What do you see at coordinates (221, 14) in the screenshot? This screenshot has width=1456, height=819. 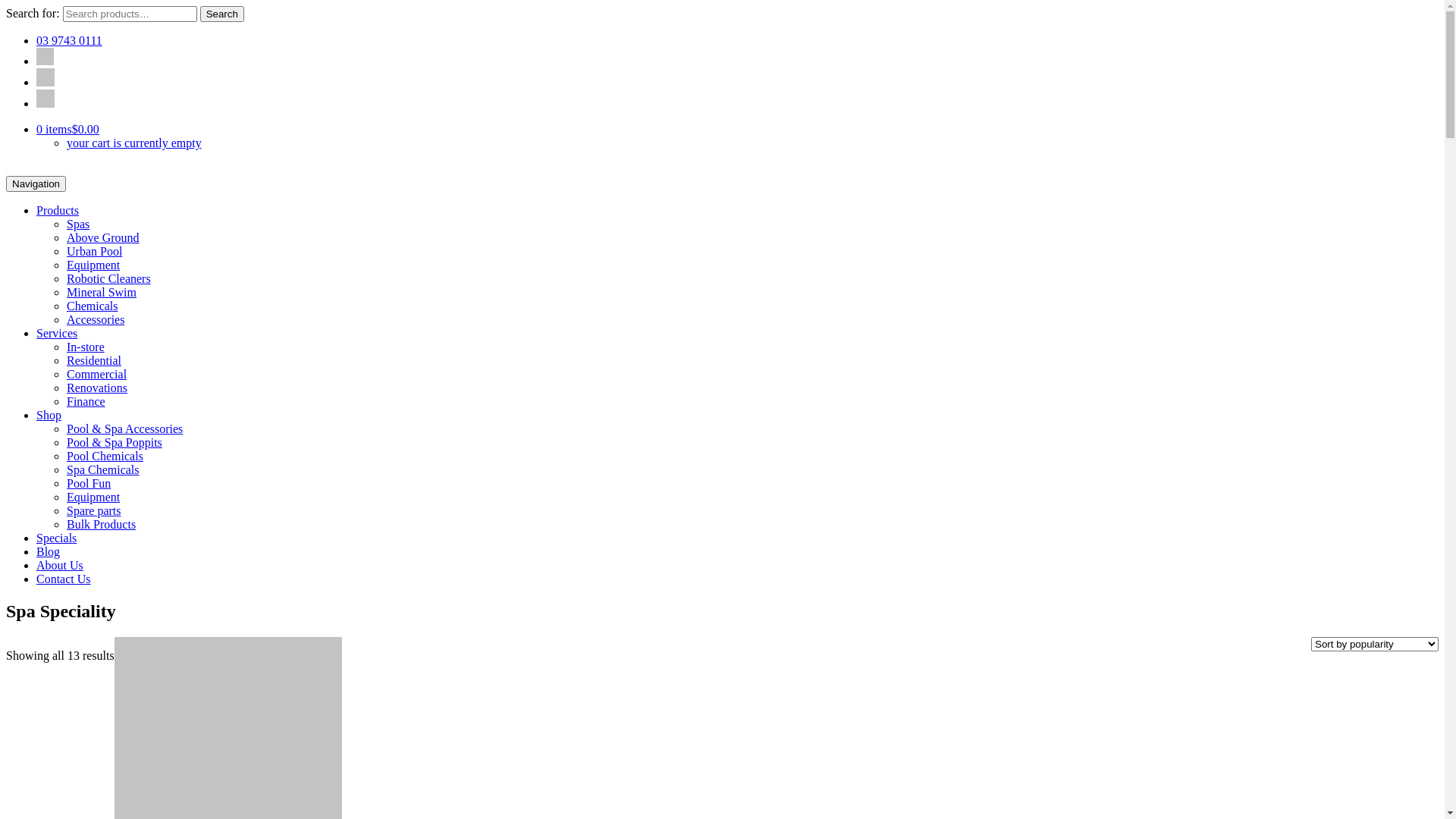 I see `'Search'` at bounding box center [221, 14].